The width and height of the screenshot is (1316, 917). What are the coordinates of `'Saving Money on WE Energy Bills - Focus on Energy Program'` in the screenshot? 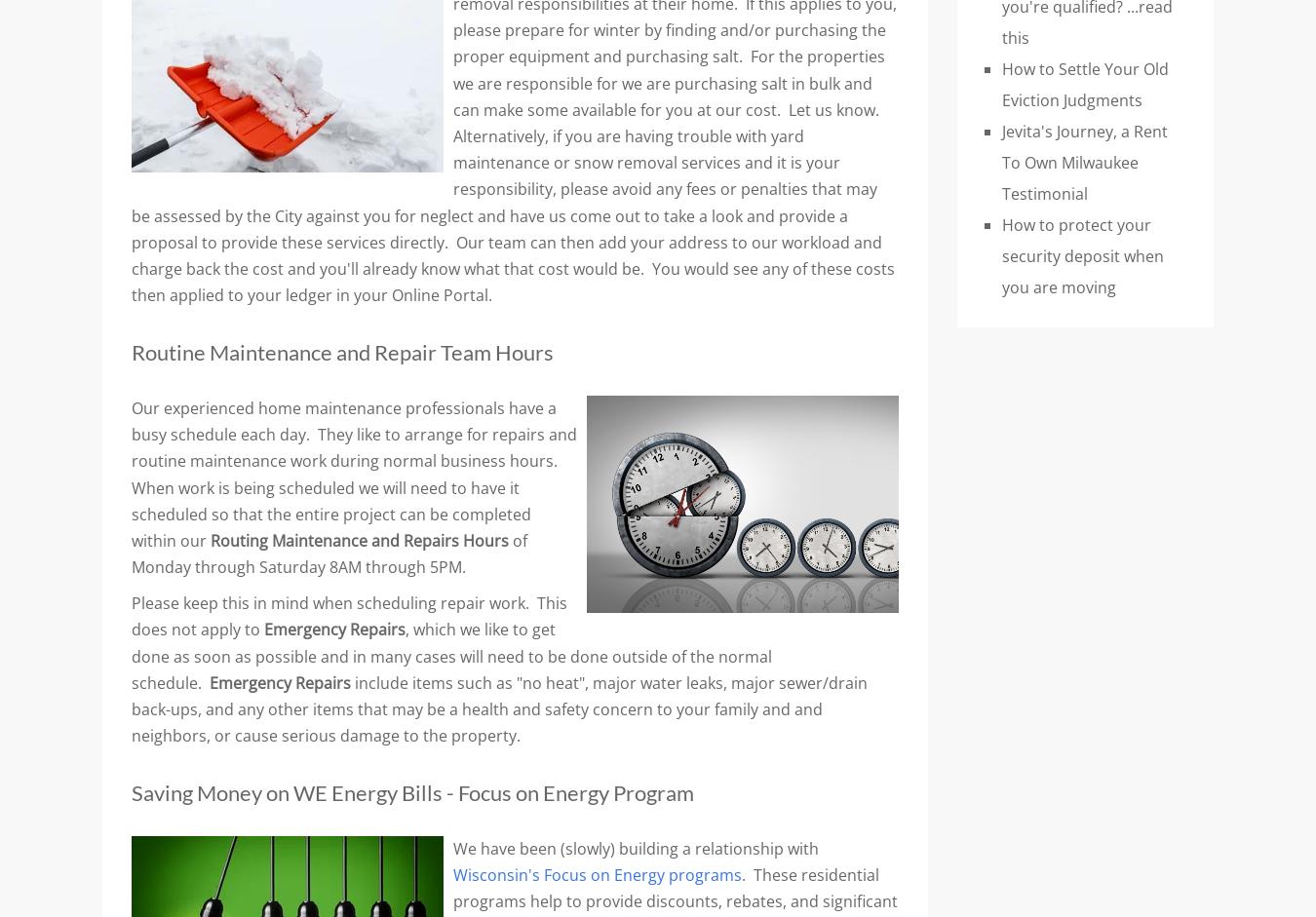 It's located at (412, 792).